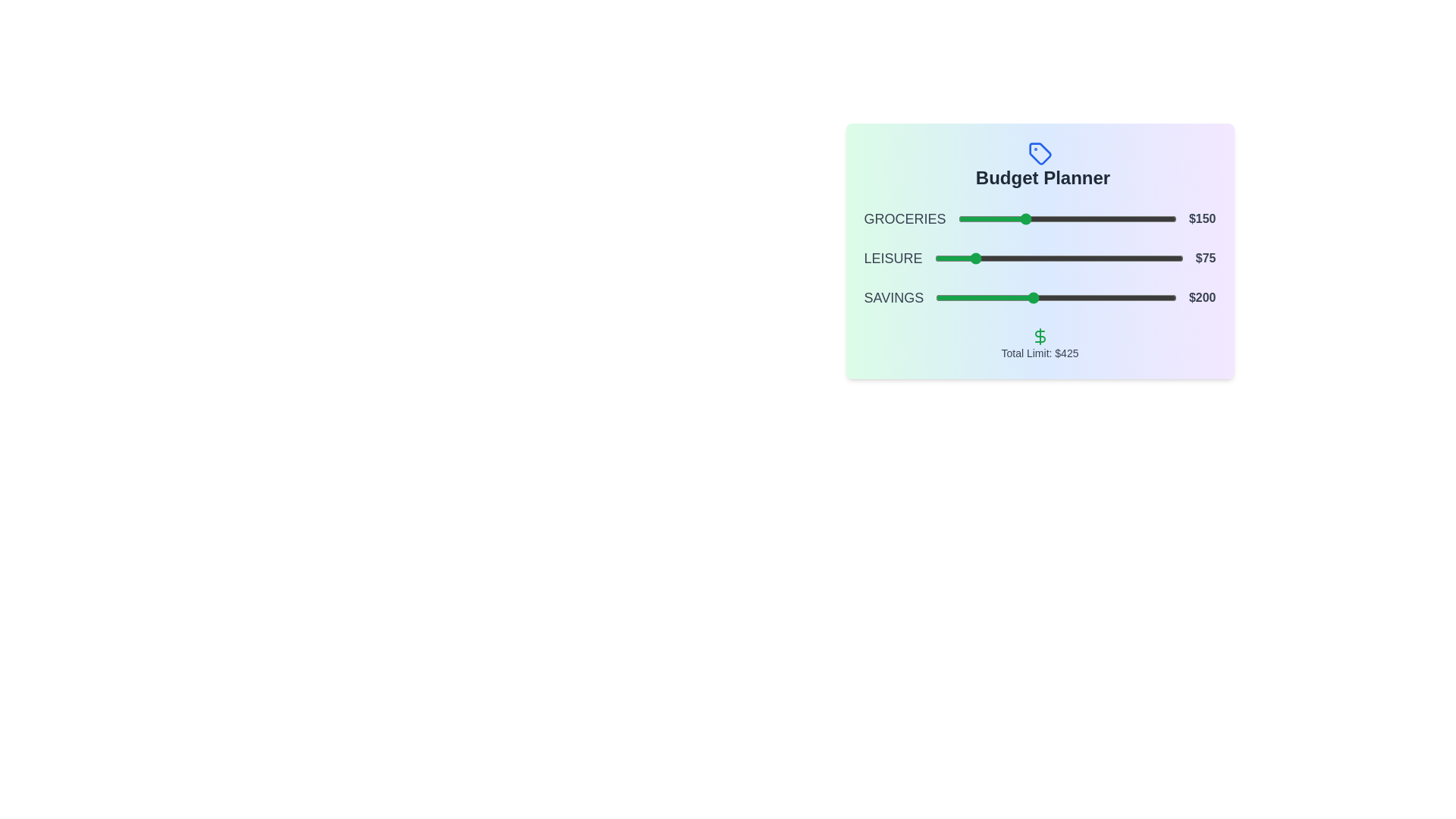 This screenshot has width=1456, height=819. Describe the element at coordinates (967, 257) in the screenshot. I see `the slider for 1 to 23` at that location.